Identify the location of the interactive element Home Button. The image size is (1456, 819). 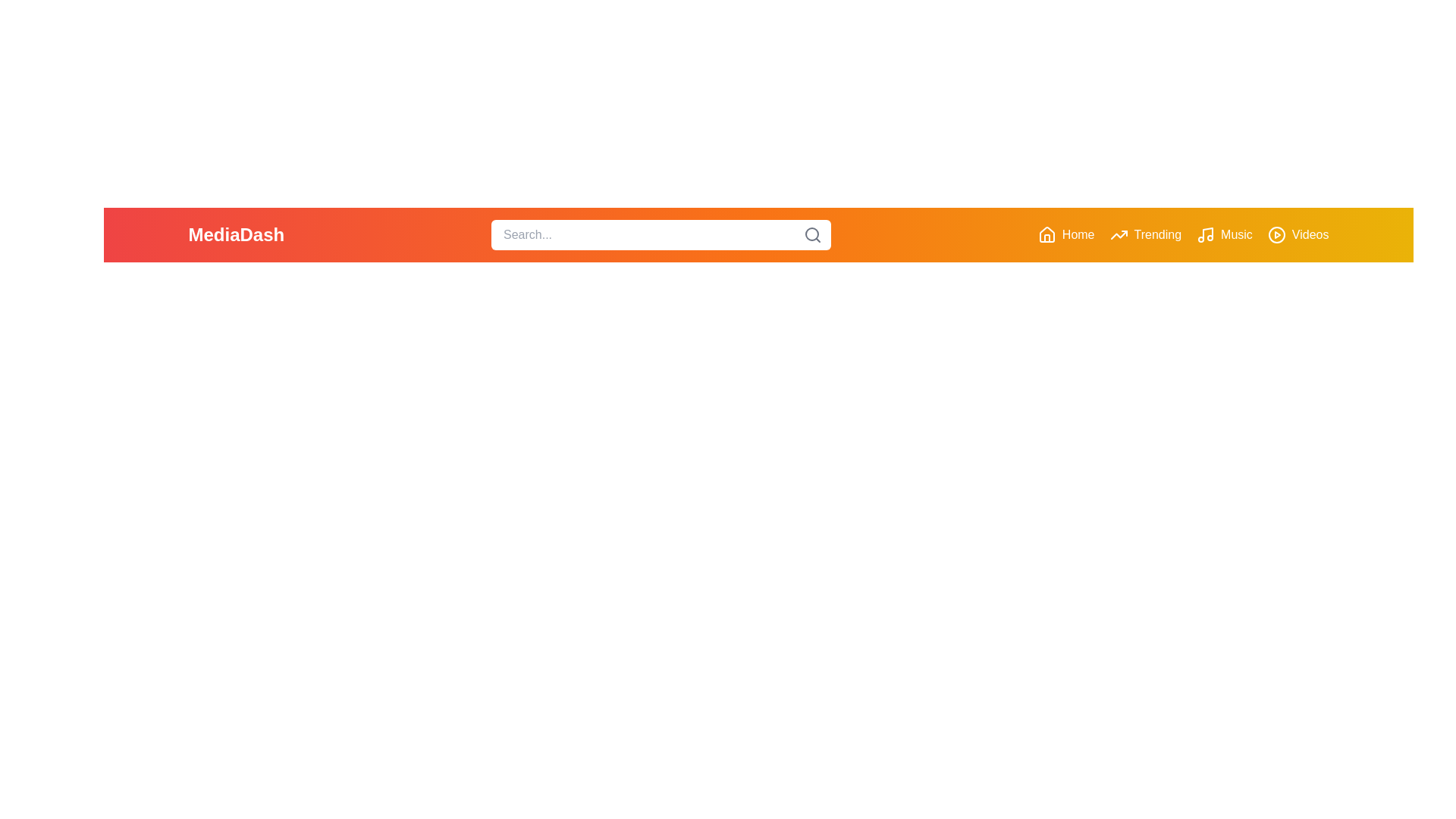
(1065, 234).